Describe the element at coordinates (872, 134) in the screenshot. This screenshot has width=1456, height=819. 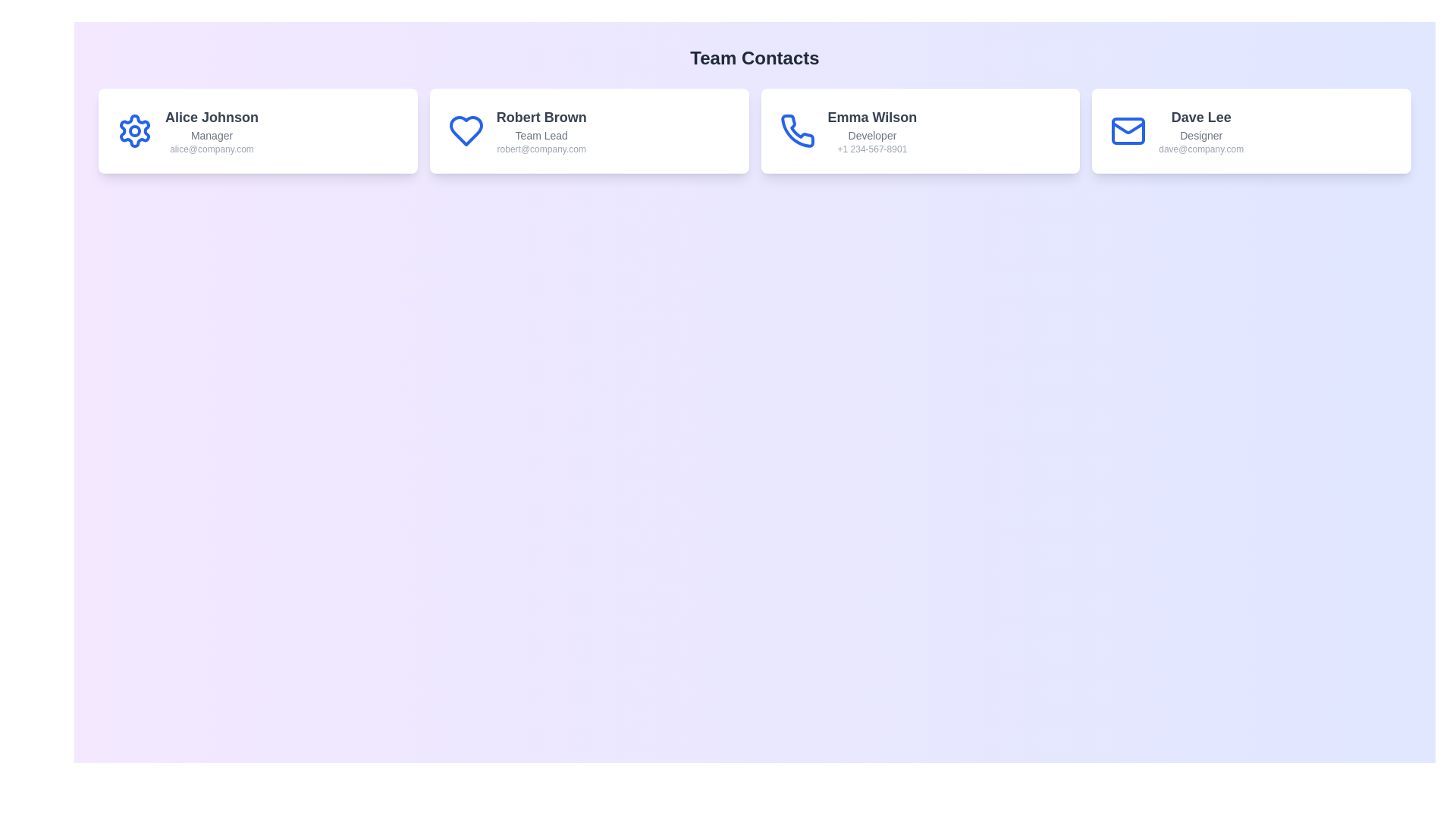
I see `the 'Developer' text label located below 'Emma Wilson' and above the phone number '+1 234-567-8901'` at that location.